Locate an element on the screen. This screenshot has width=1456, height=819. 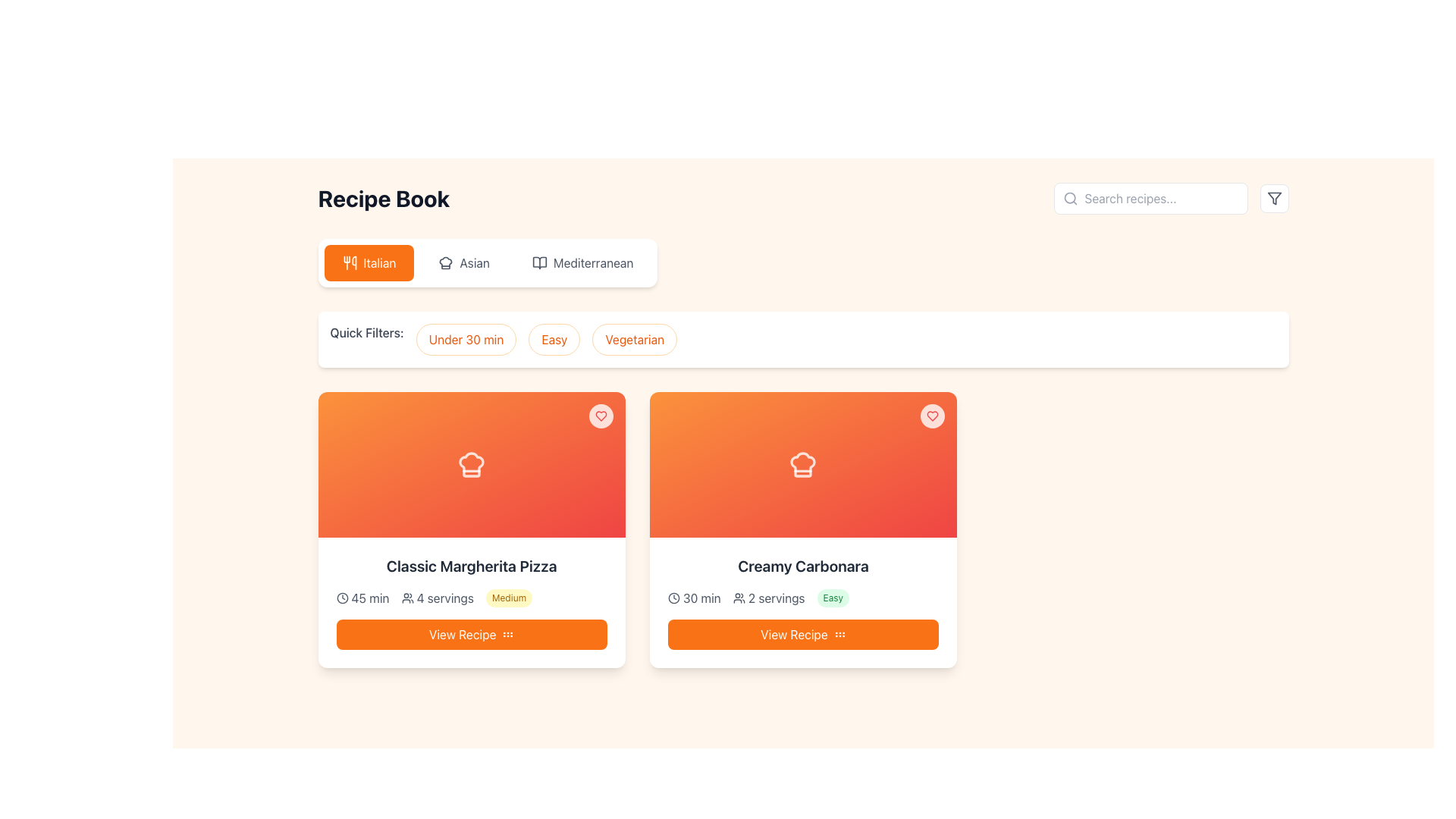
the Decorative banner featuring a gradient background from orange to red, with a white chef hat icon, positioned above the 'Creamy Carbonara' text in the second recipe column is located at coordinates (802, 464).